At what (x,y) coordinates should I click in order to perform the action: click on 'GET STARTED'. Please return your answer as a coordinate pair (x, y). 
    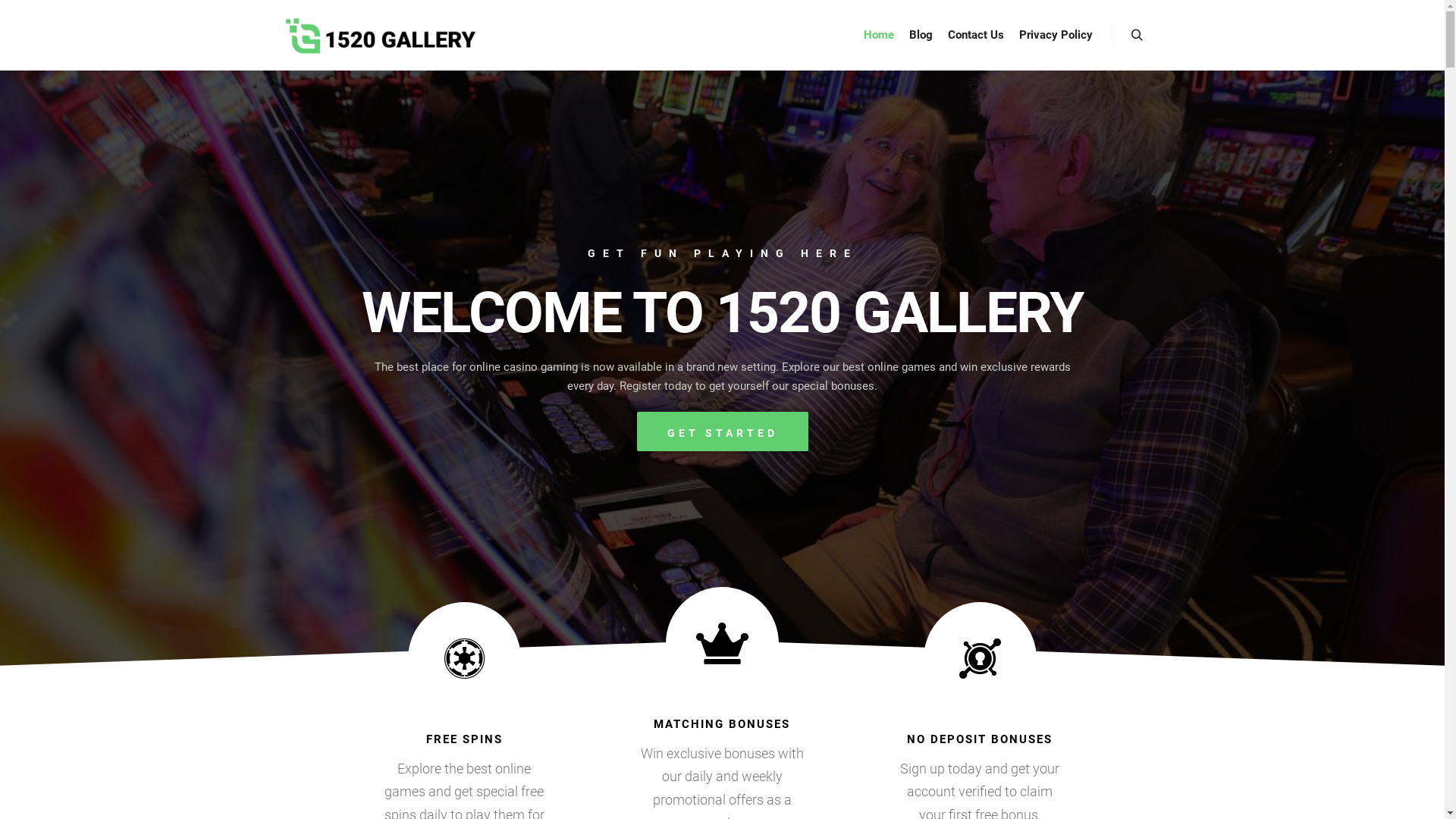
    Looking at the image, I should click on (722, 431).